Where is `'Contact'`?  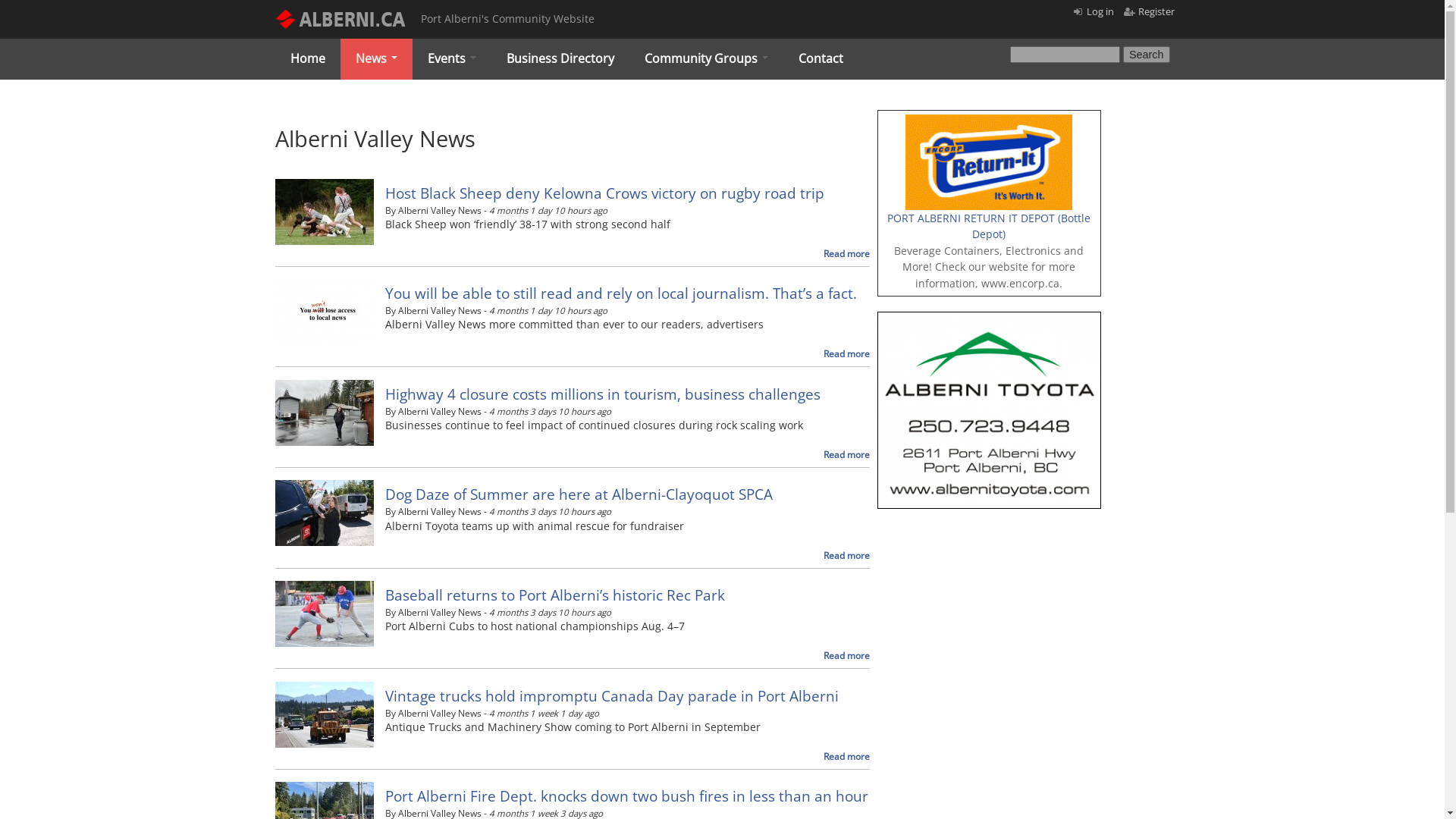
'Contact' is located at coordinates (819, 58).